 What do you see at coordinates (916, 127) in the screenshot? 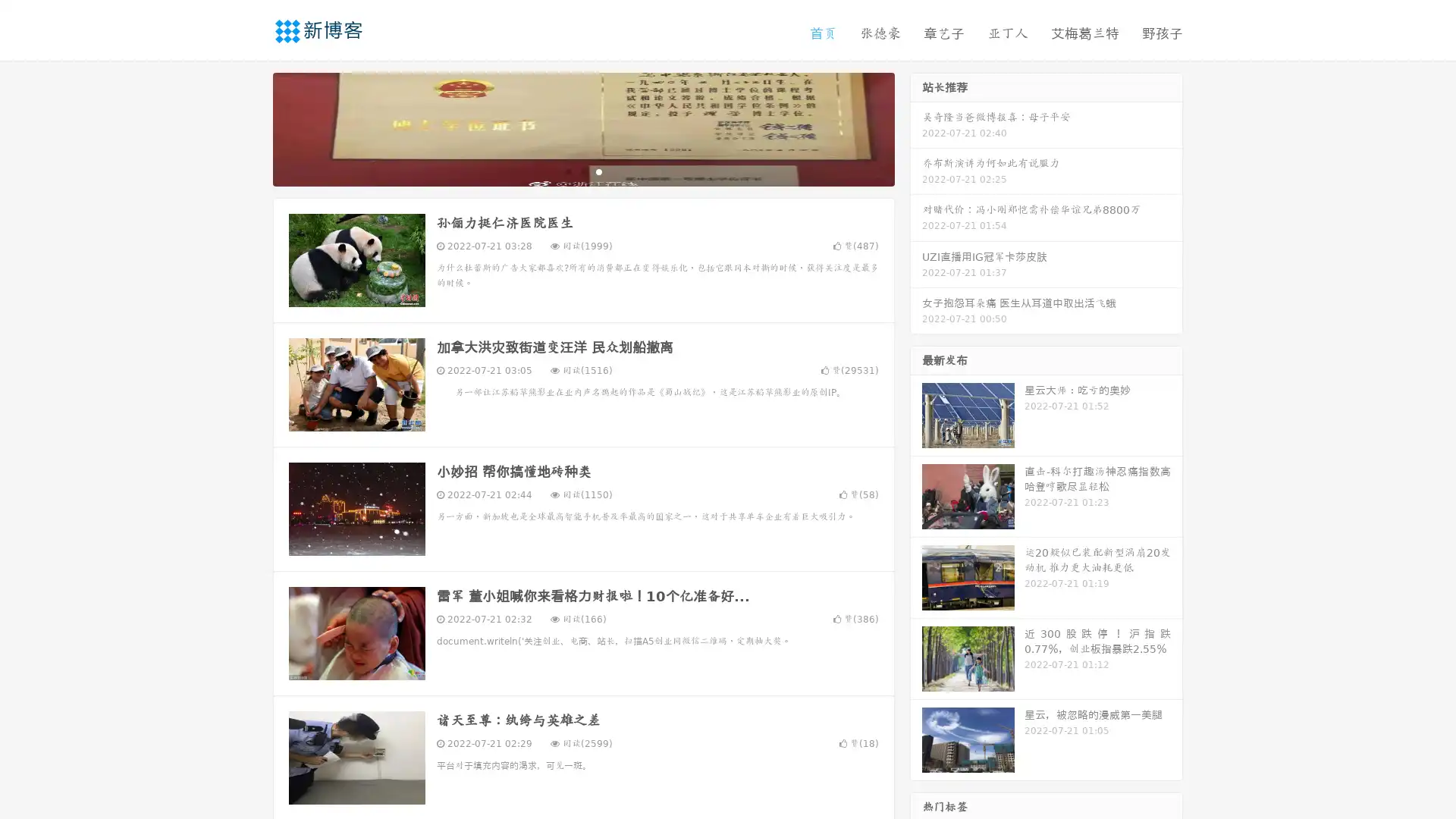
I see `Next slide` at bounding box center [916, 127].